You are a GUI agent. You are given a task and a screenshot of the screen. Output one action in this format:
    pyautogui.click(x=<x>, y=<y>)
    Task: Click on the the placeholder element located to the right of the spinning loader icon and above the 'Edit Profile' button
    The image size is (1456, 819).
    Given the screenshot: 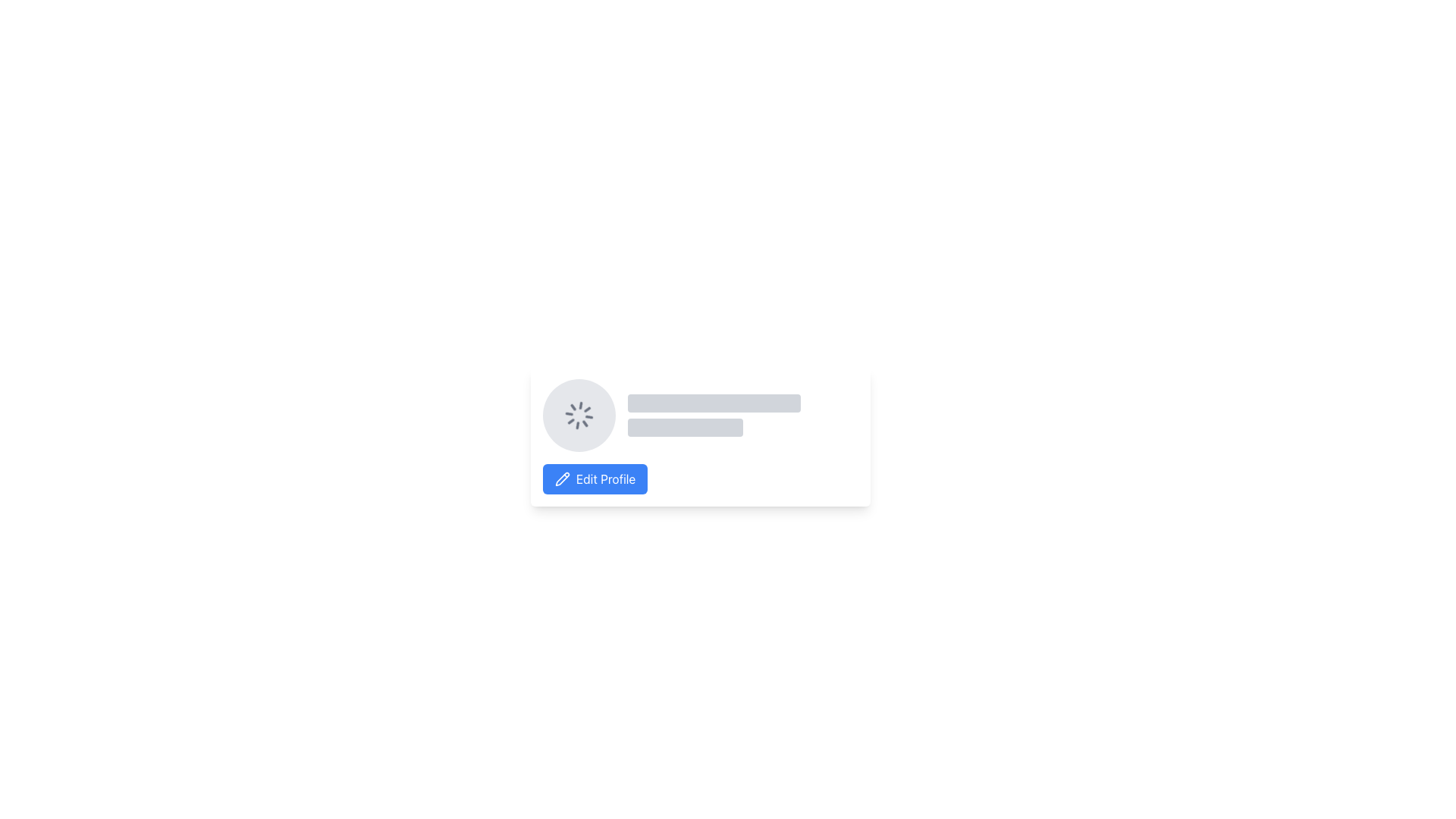 What is the action you would take?
    pyautogui.click(x=742, y=415)
    